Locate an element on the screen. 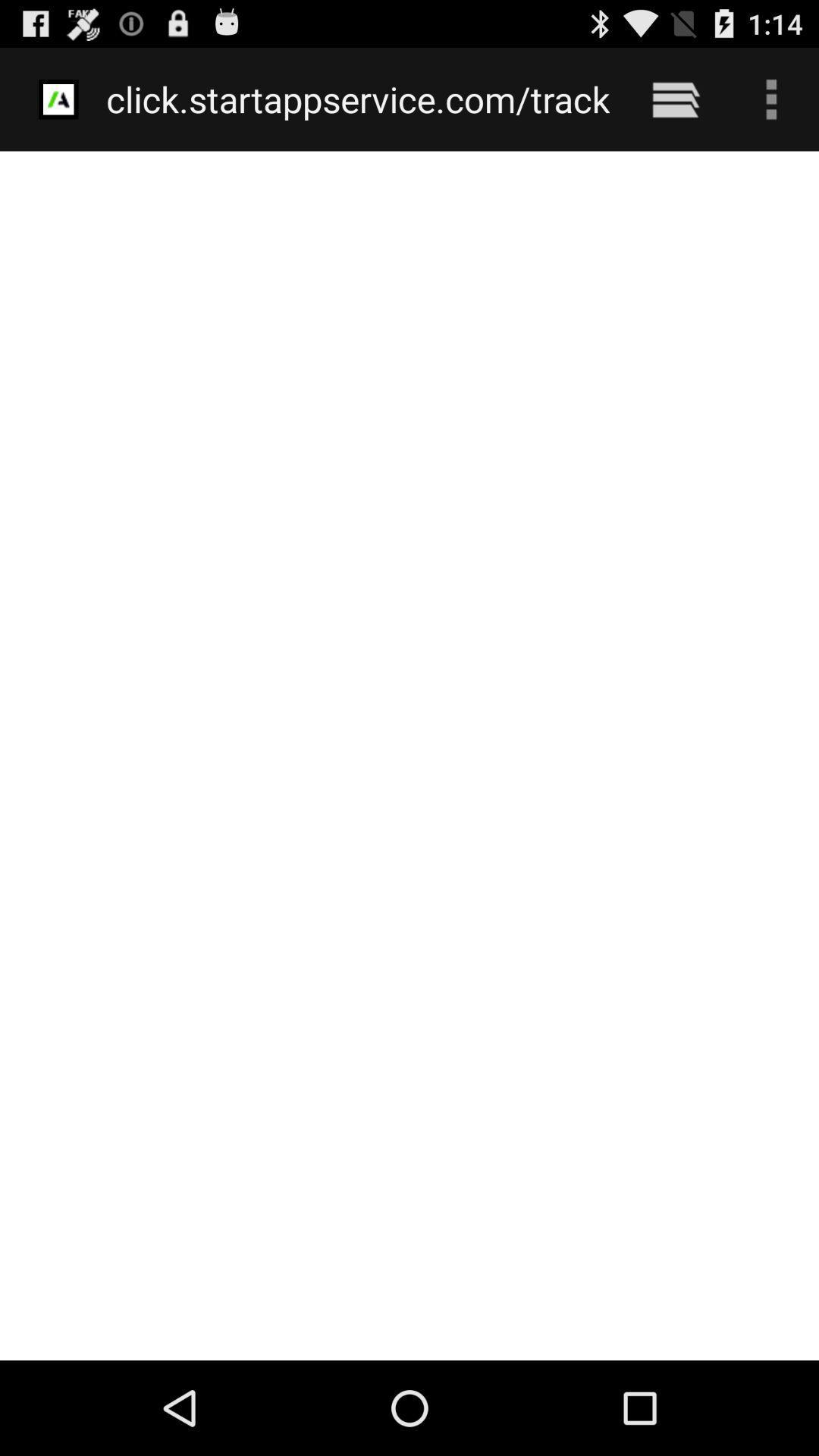  the click startappservice com icon is located at coordinates (358, 99).